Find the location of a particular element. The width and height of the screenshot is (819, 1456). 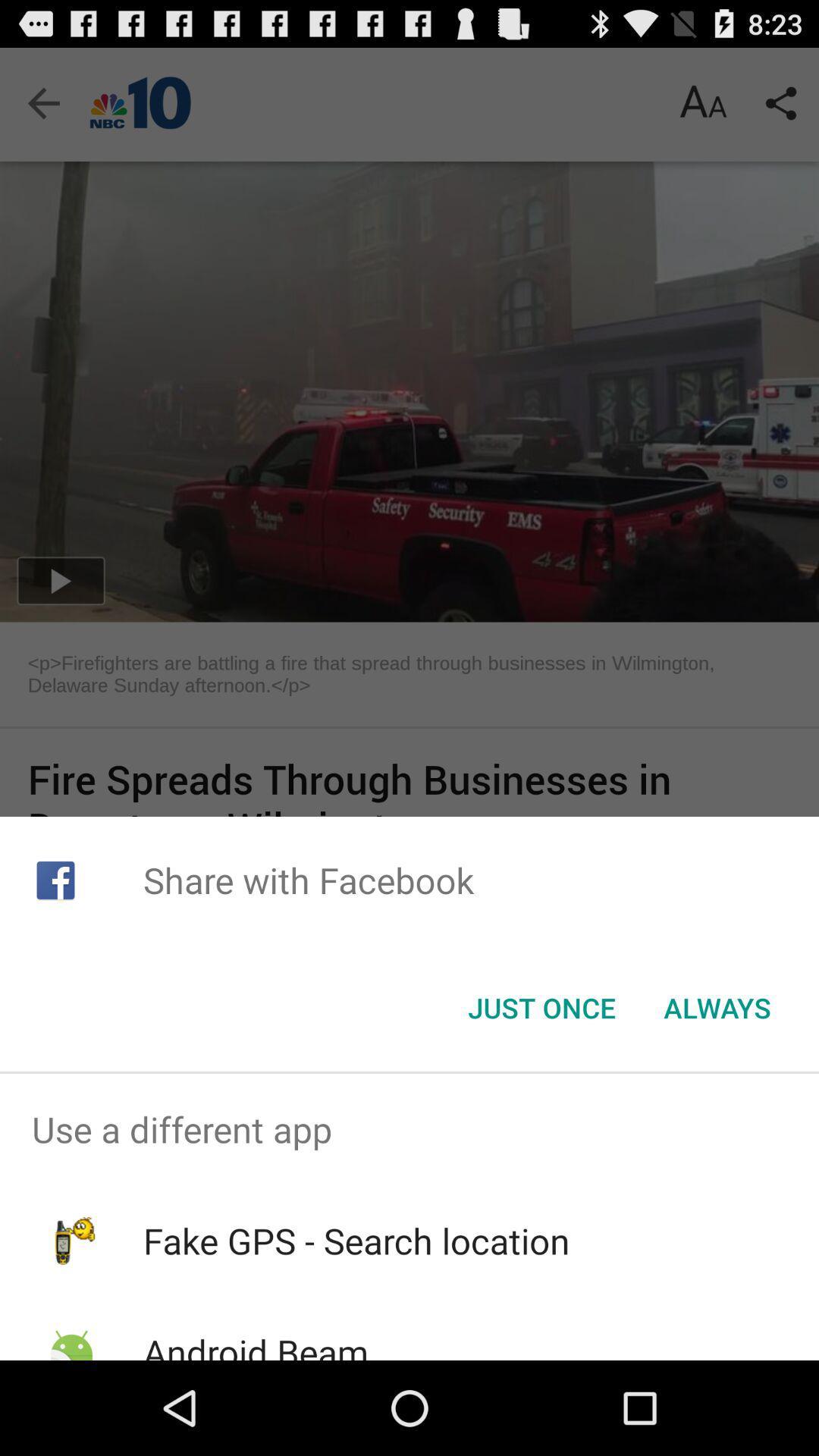

the item next to the always item is located at coordinates (541, 1008).